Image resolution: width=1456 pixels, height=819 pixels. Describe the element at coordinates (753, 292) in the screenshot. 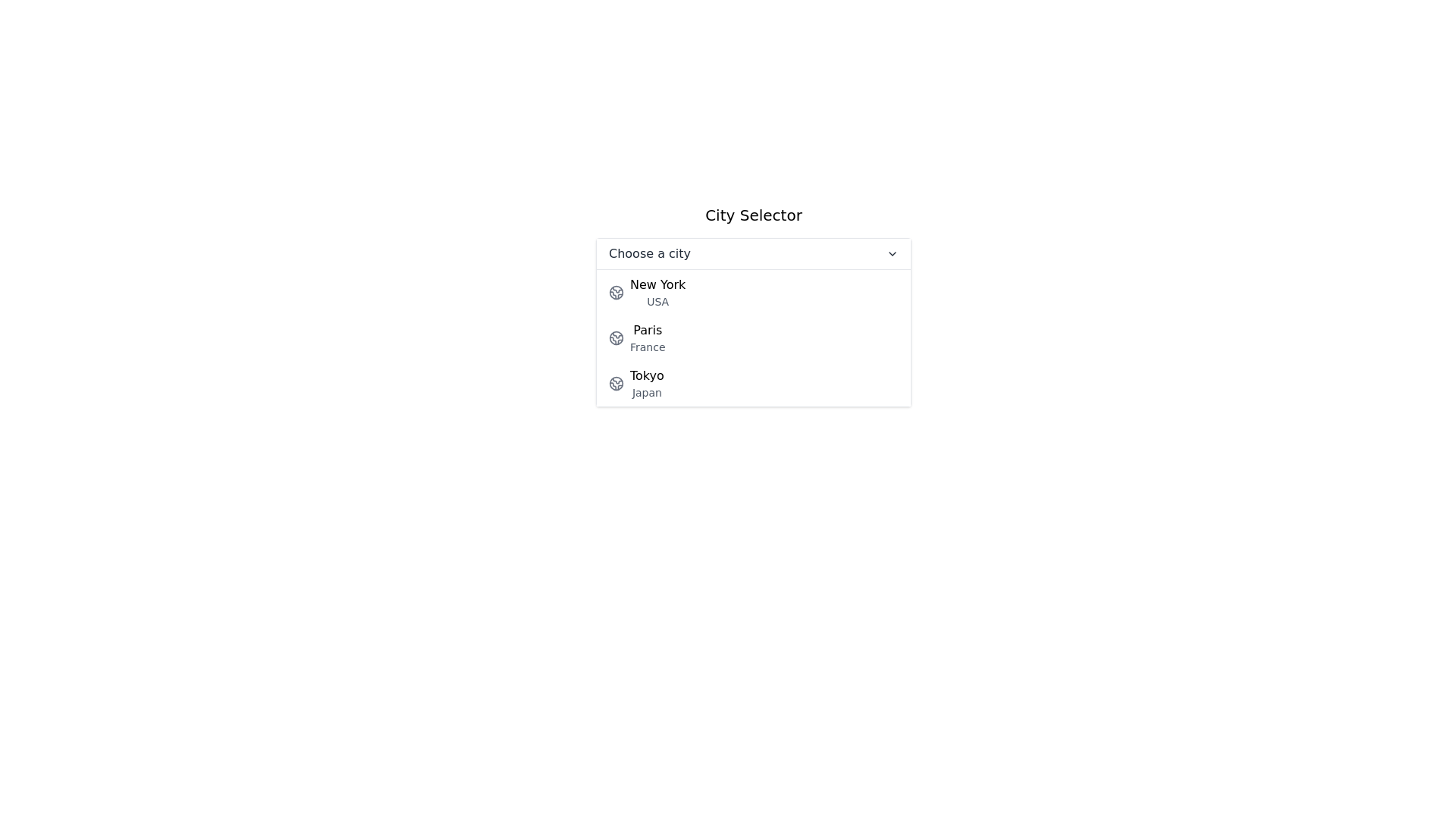

I see `the 'New York' location option in the dropdown menu` at that location.